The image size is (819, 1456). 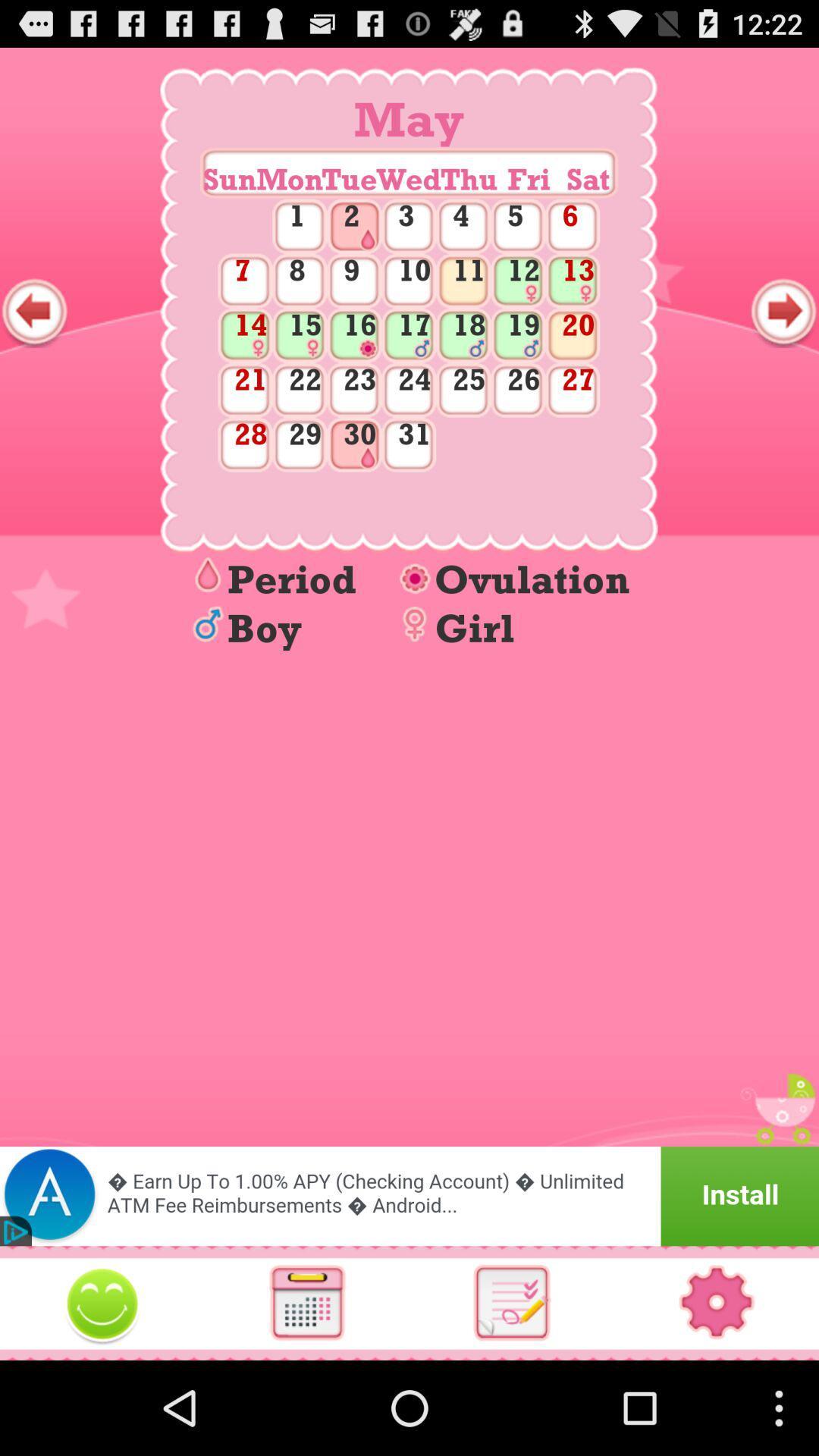 What do you see at coordinates (34, 332) in the screenshot?
I see `the arrow_backward icon` at bounding box center [34, 332].